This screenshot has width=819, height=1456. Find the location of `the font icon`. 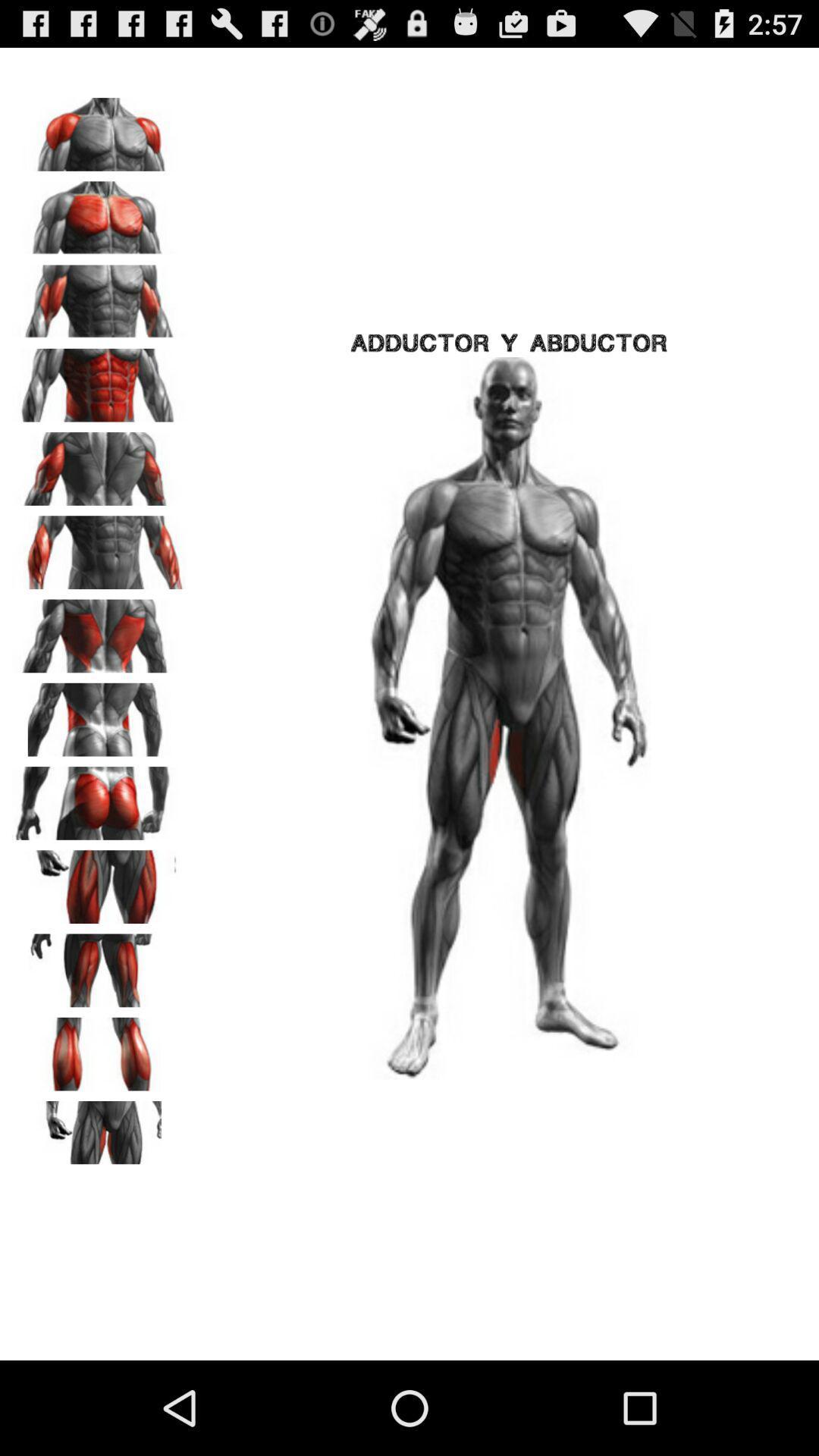

the font icon is located at coordinates (99, 1032).